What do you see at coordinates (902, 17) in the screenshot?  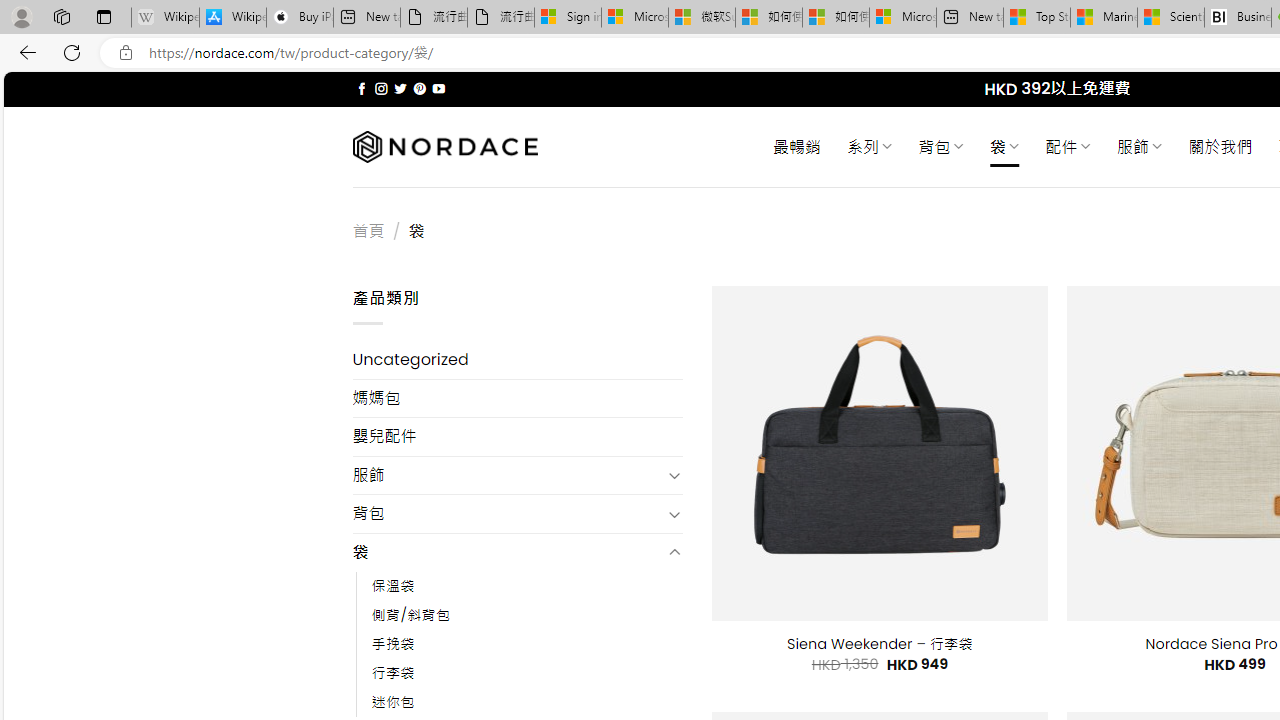 I see `'Microsoft account | Account Checkup'` at bounding box center [902, 17].